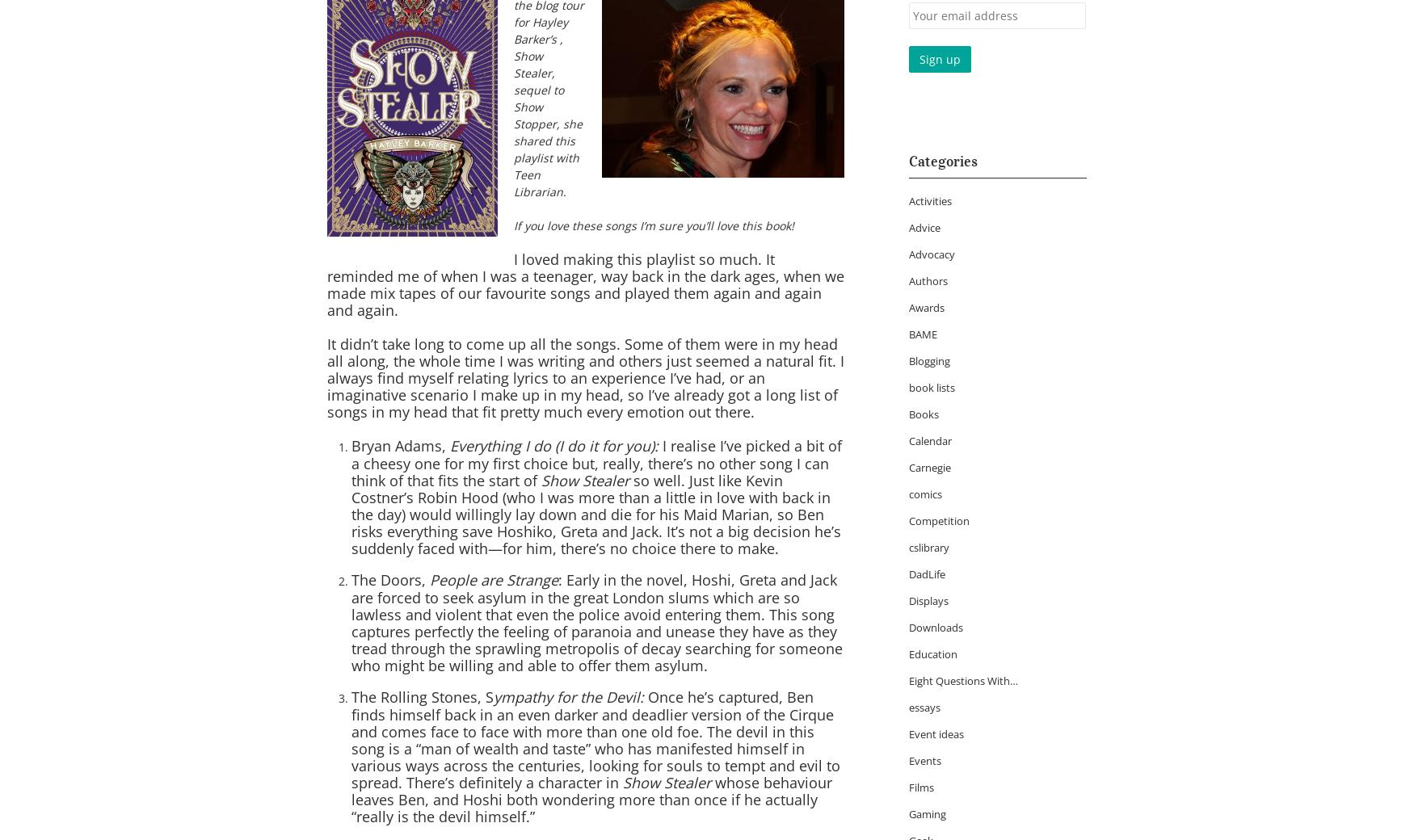 The image size is (1414, 840). I want to click on 'If you love these songs I’m sure you’ll love this book!', so click(512, 225).